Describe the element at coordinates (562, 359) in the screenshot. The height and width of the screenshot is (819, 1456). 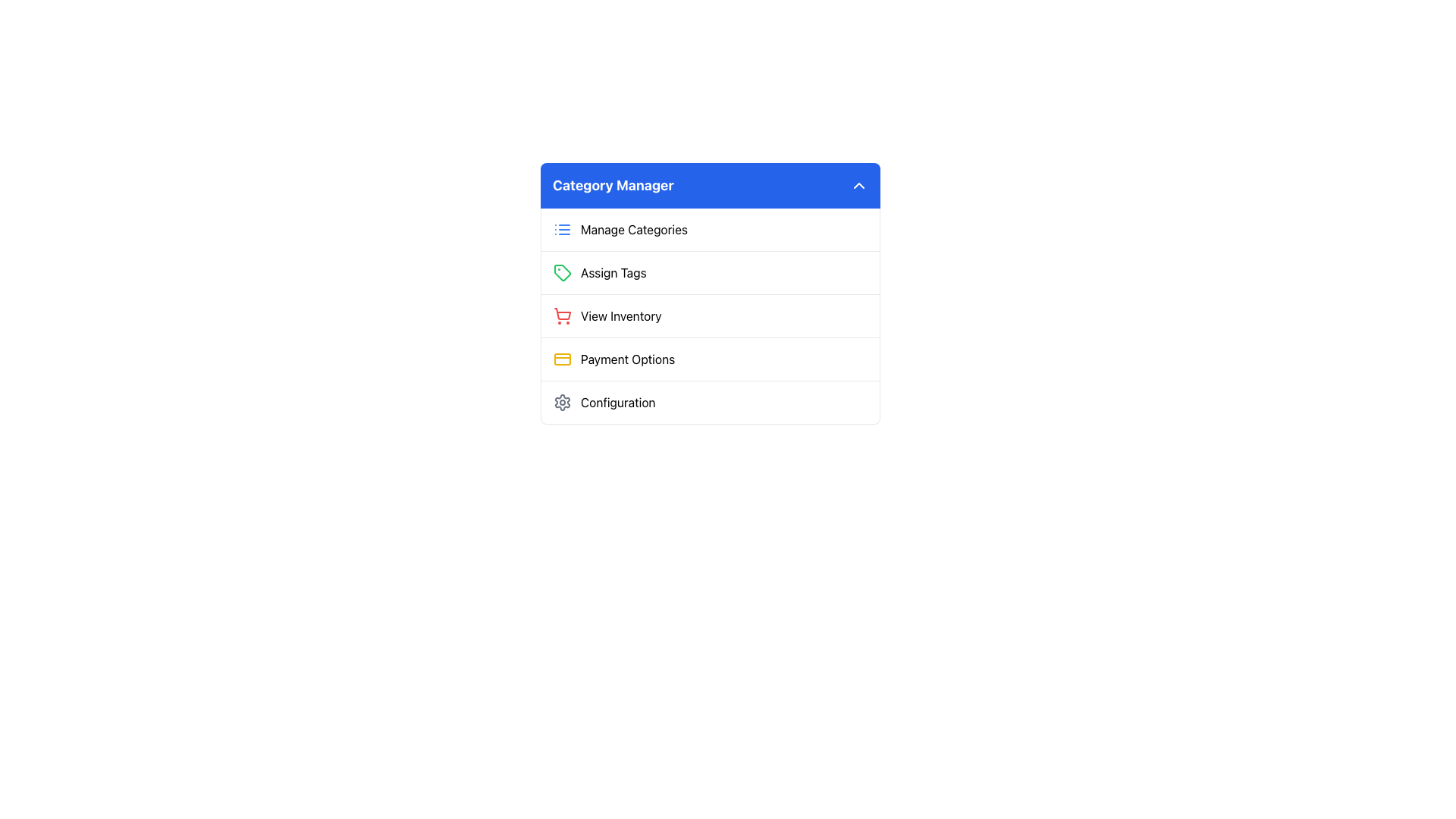
I see `the decorative and functional icon for the 'Payment Options' section in the 'Category Manager' menu, located to the far left of the entry` at that location.